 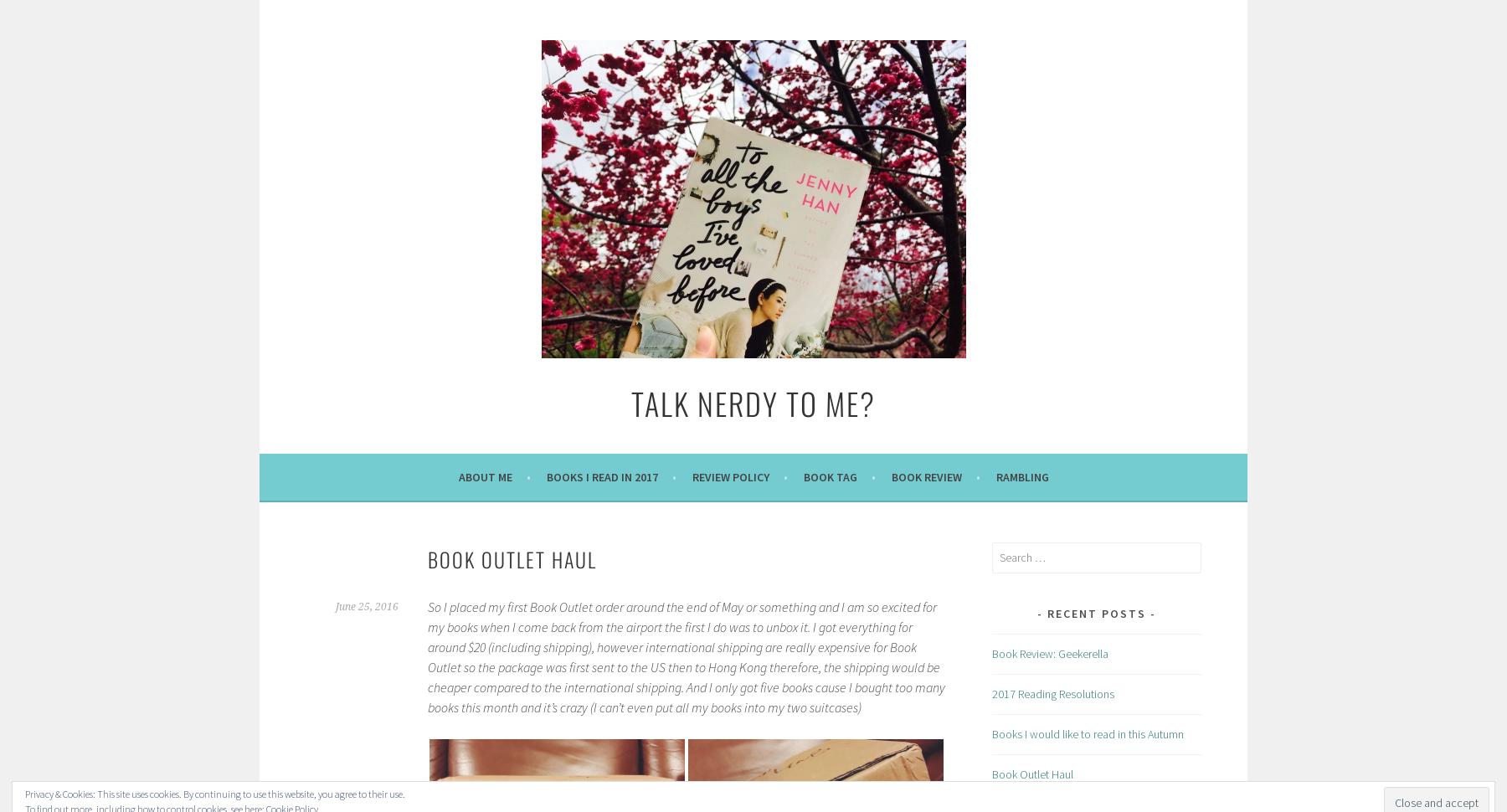 What do you see at coordinates (753, 402) in the screenshot?
I see `'Talk Nerdy To me?'` at bounding box center [753, 402].